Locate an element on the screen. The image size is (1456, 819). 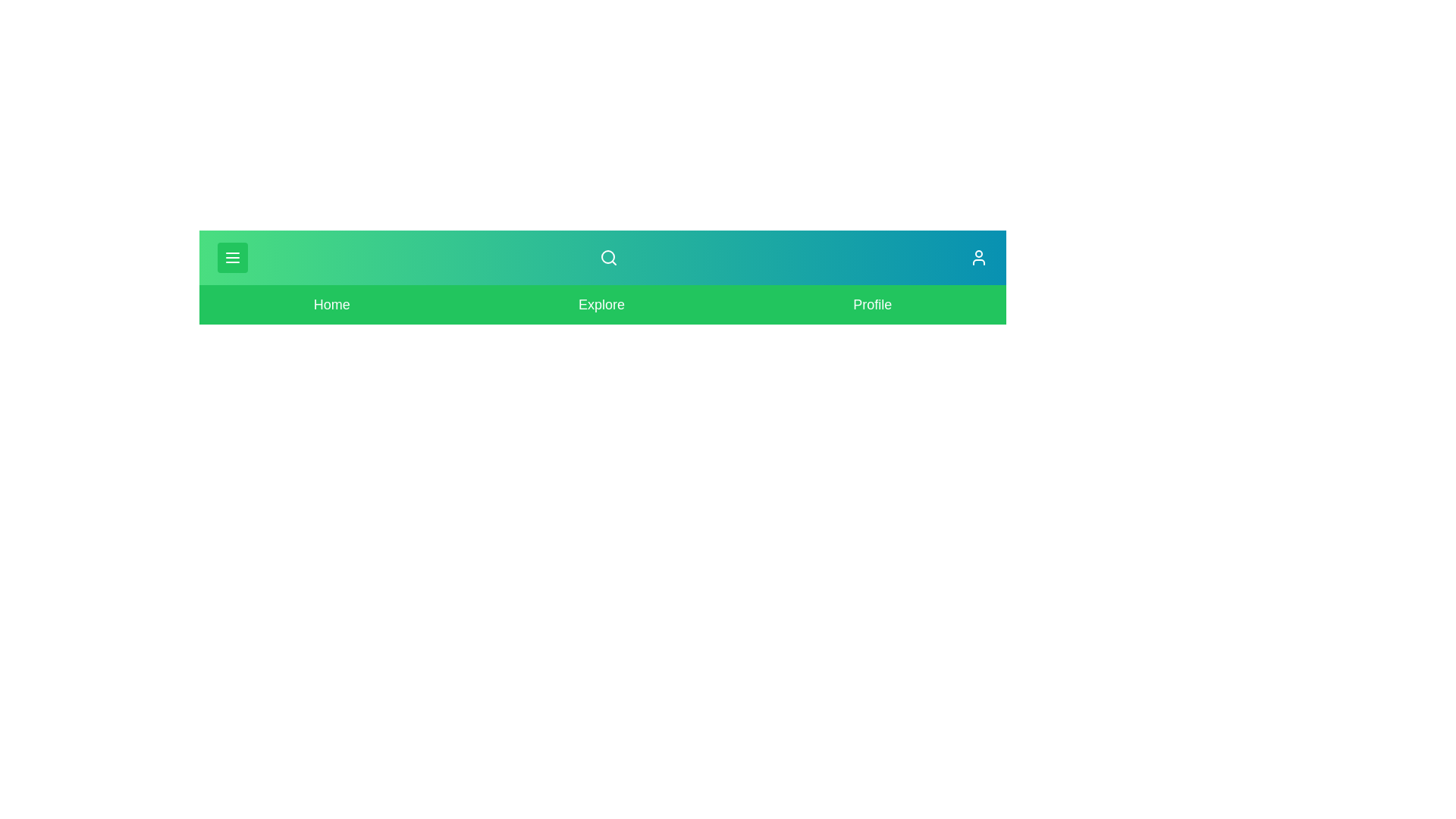
the profile icon to interact with it is located at coordinates (979, 256).